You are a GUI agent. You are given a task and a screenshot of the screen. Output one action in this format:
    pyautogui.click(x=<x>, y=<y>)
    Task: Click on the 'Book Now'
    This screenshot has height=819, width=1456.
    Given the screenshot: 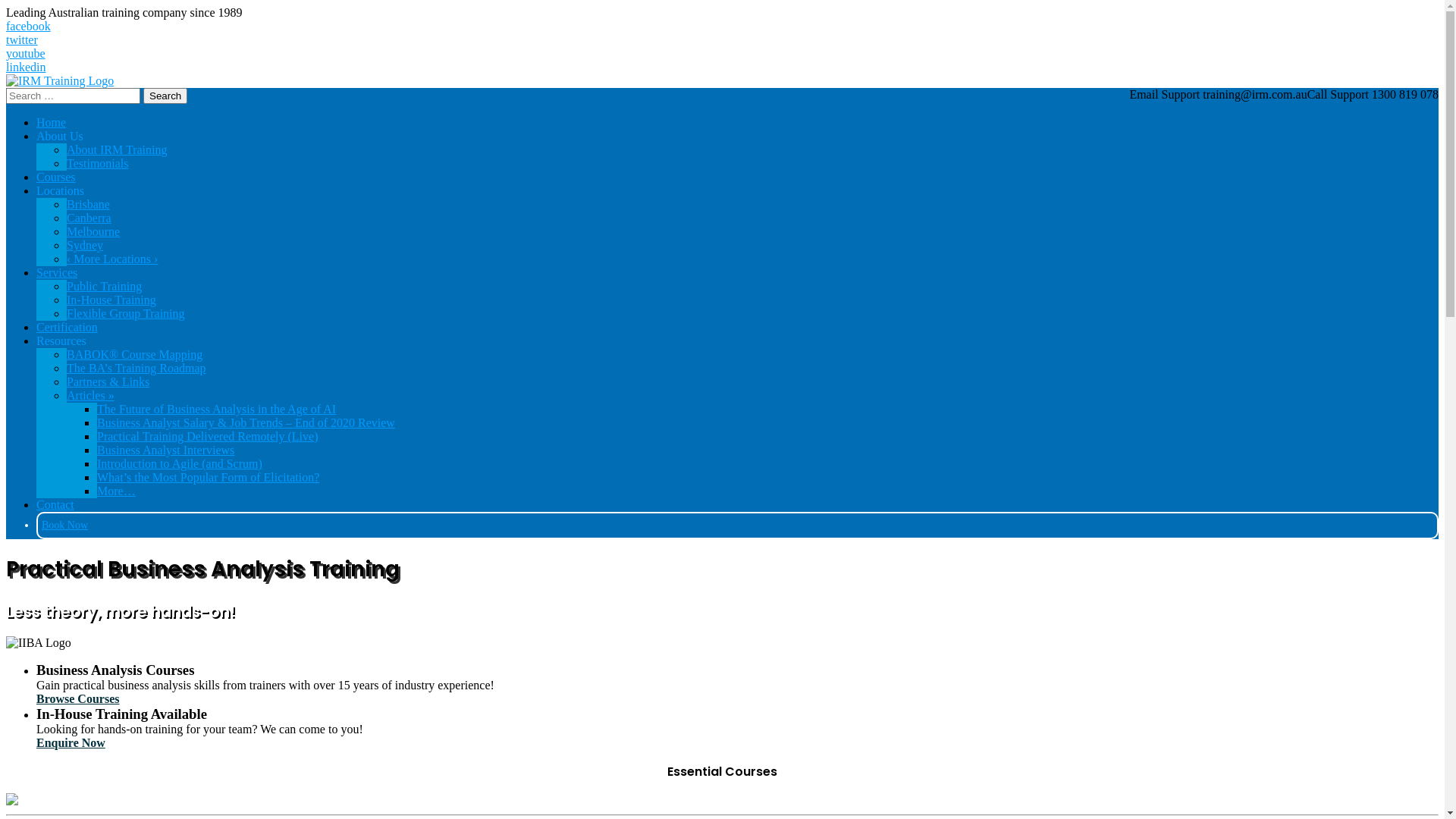 What is the action you would take?
    pyautogui.click(x=64, y=524)
    